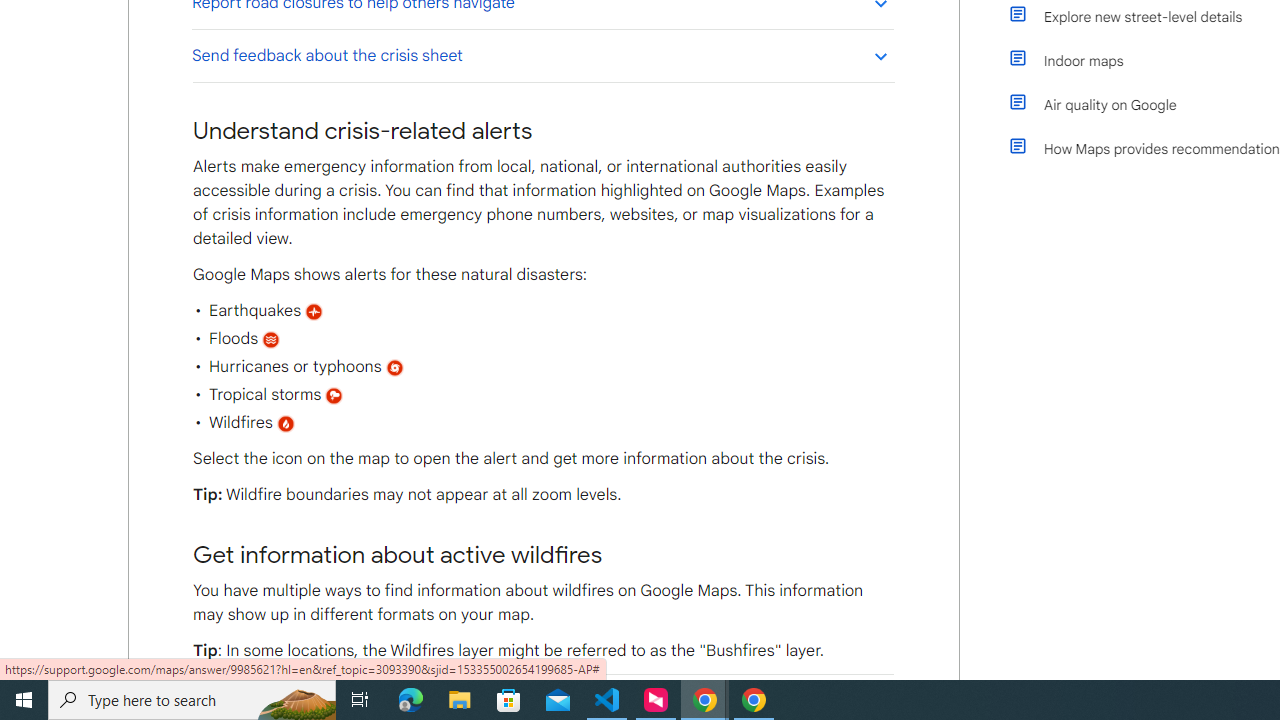 The width and height of the screenshot is (1280, 720). Describe the element at coordinates (542, 54) in the screenshot. I see `'Send feedback about the crisis sheet'` at that location.